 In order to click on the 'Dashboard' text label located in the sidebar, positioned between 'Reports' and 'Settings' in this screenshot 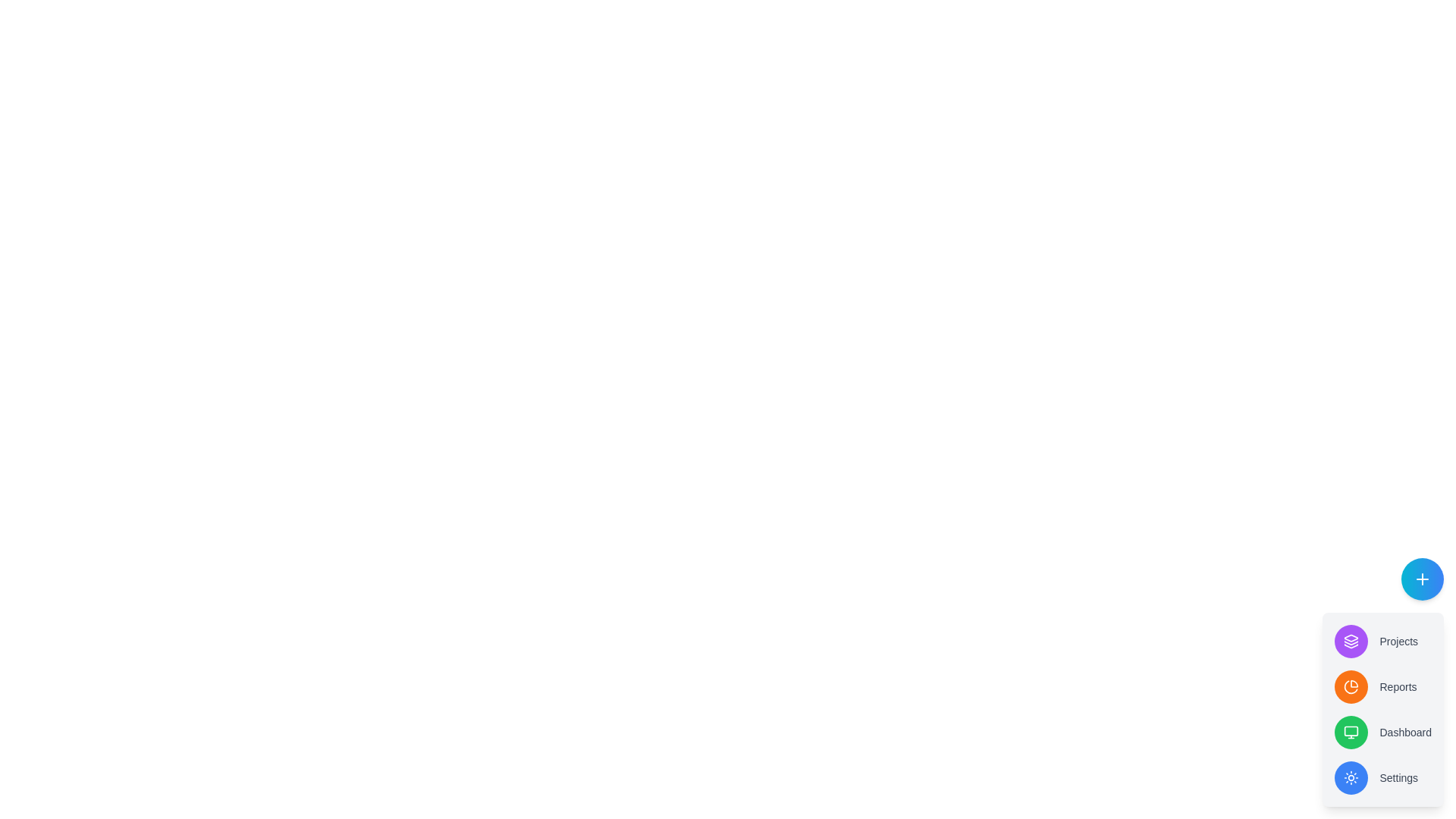, I will do `click(1404, 731)`.